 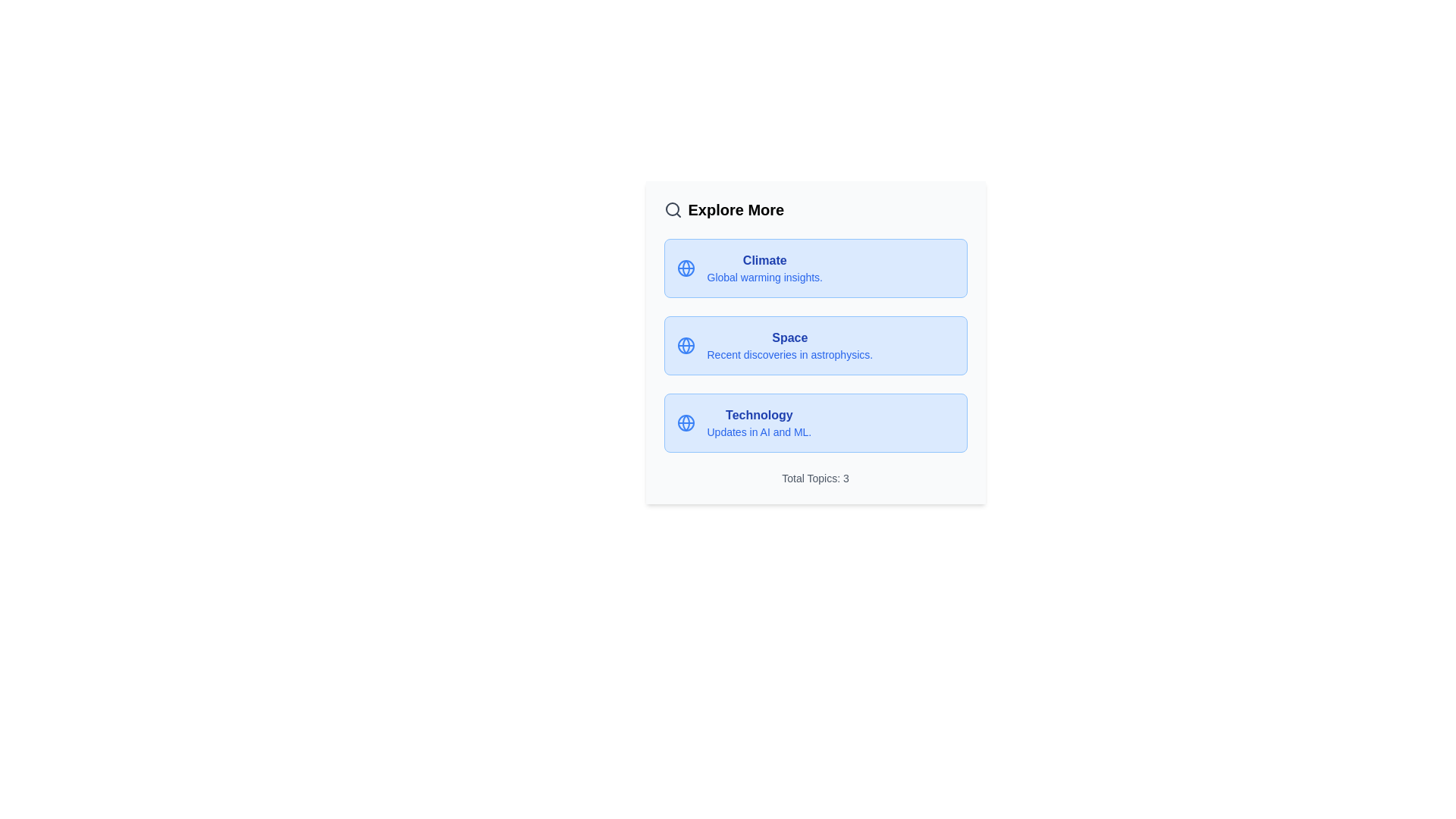 I want to click on the 'Explore More' header to focus or select, so click(x=814, y=210).